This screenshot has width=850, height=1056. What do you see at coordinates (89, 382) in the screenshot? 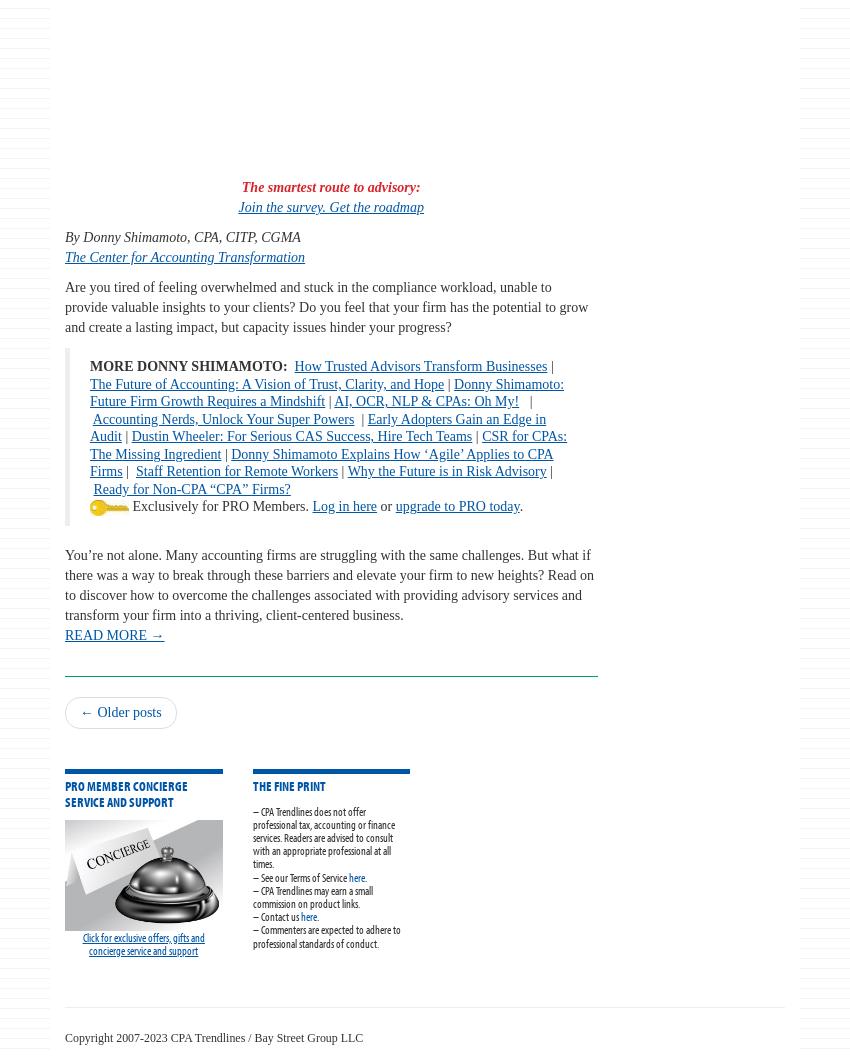
I see `'The Future of Accounting: A Vision of Trust, Clarity, and Hope'` at bounding box center [89, 382].